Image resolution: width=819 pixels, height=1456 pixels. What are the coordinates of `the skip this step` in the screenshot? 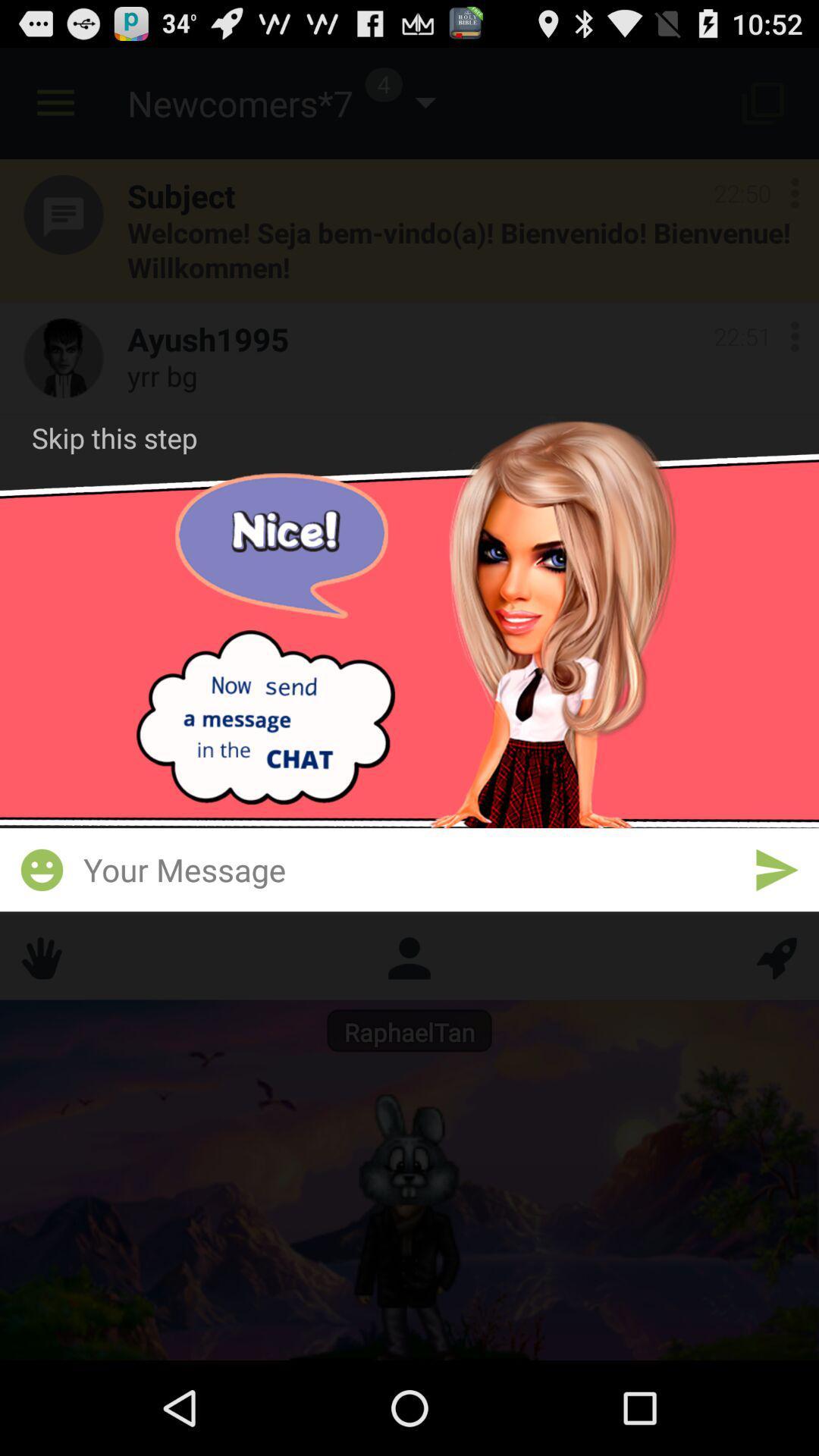 It's located at (114, 437).